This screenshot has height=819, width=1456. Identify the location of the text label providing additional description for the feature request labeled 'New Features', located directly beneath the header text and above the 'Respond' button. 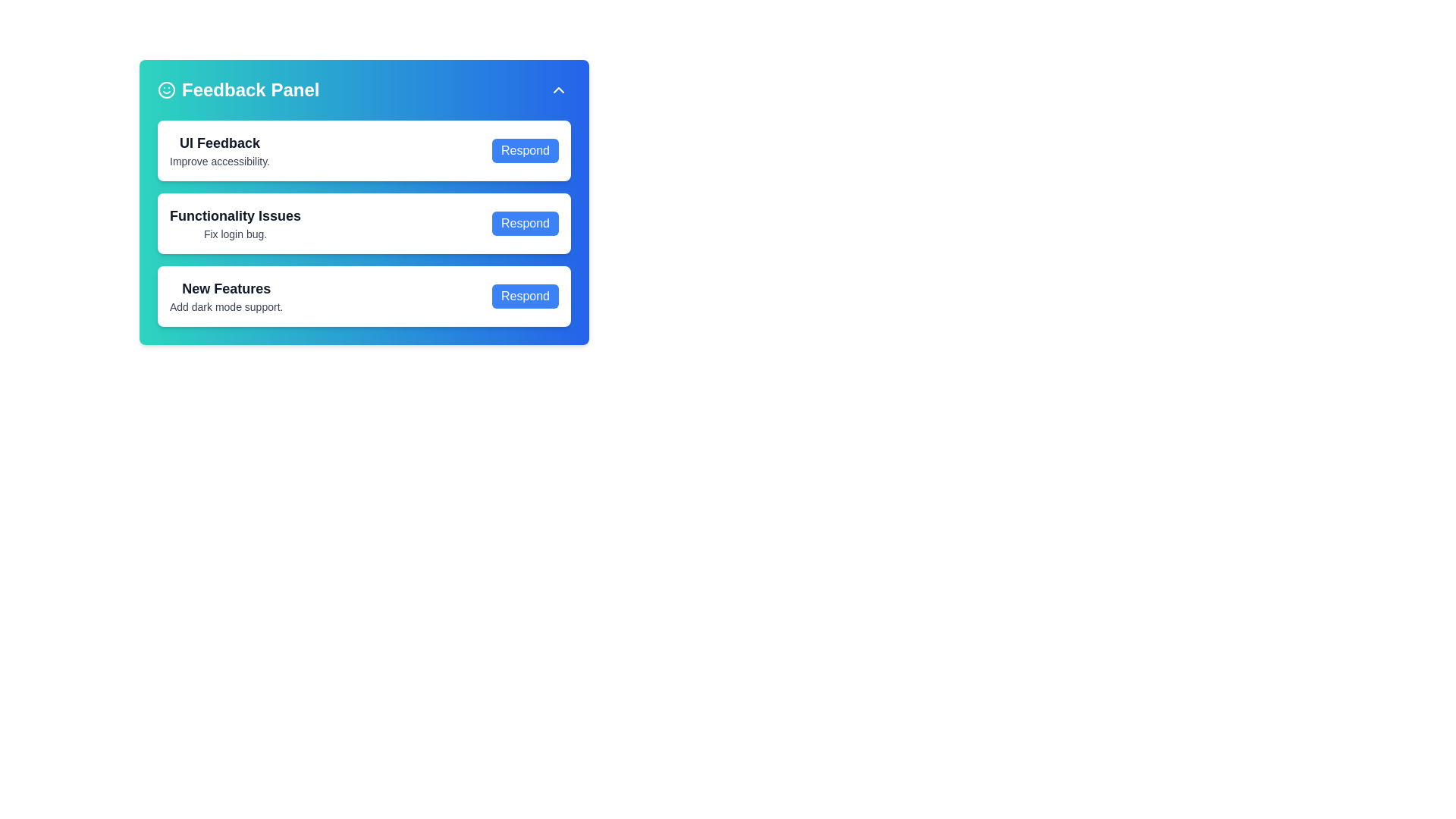
(225, 307).